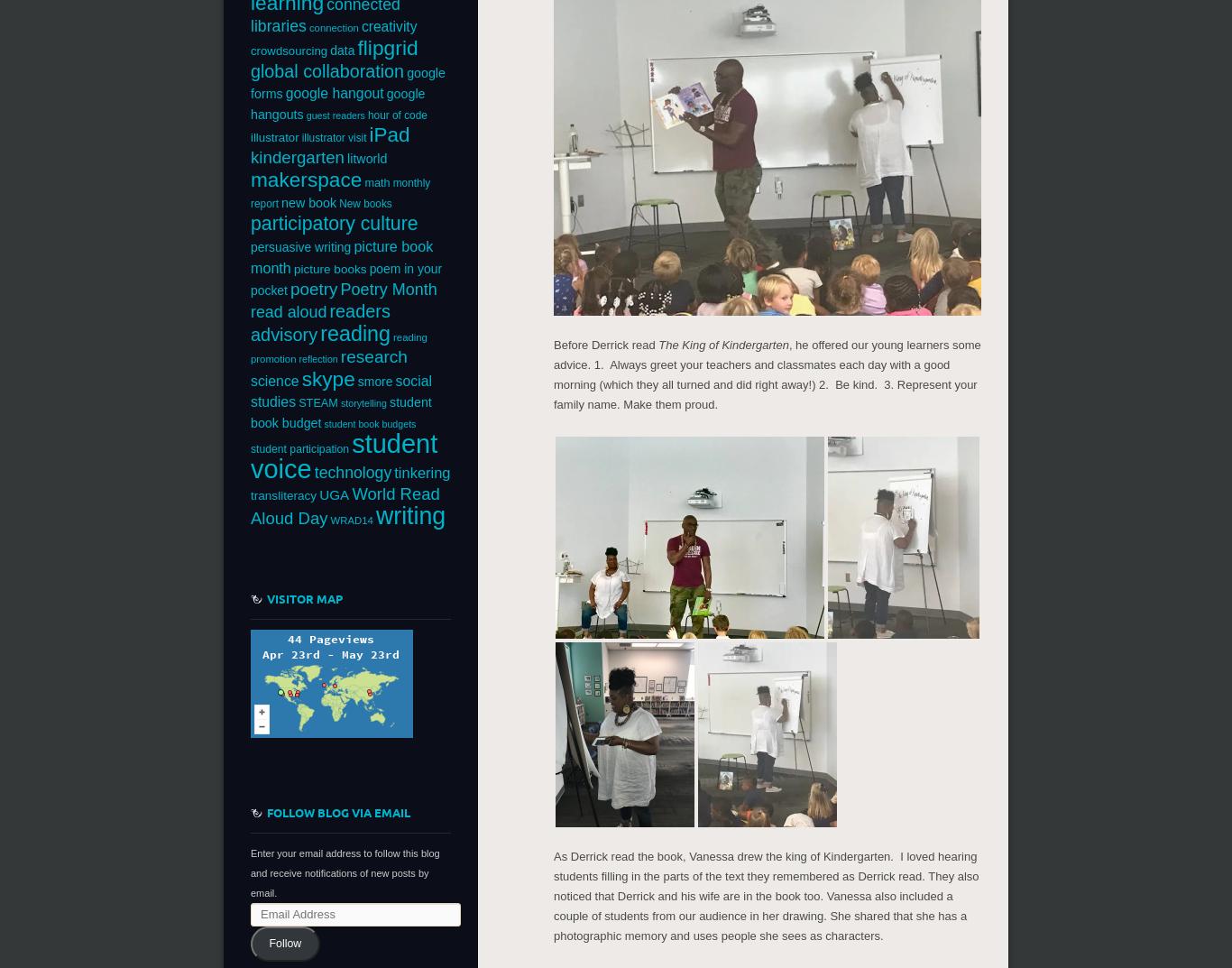 The width and height of the screenshot is (1232, 968). Describe the element at coordinates (304, 598) in the screenshot. I see `'Visitor Map'` at that location.